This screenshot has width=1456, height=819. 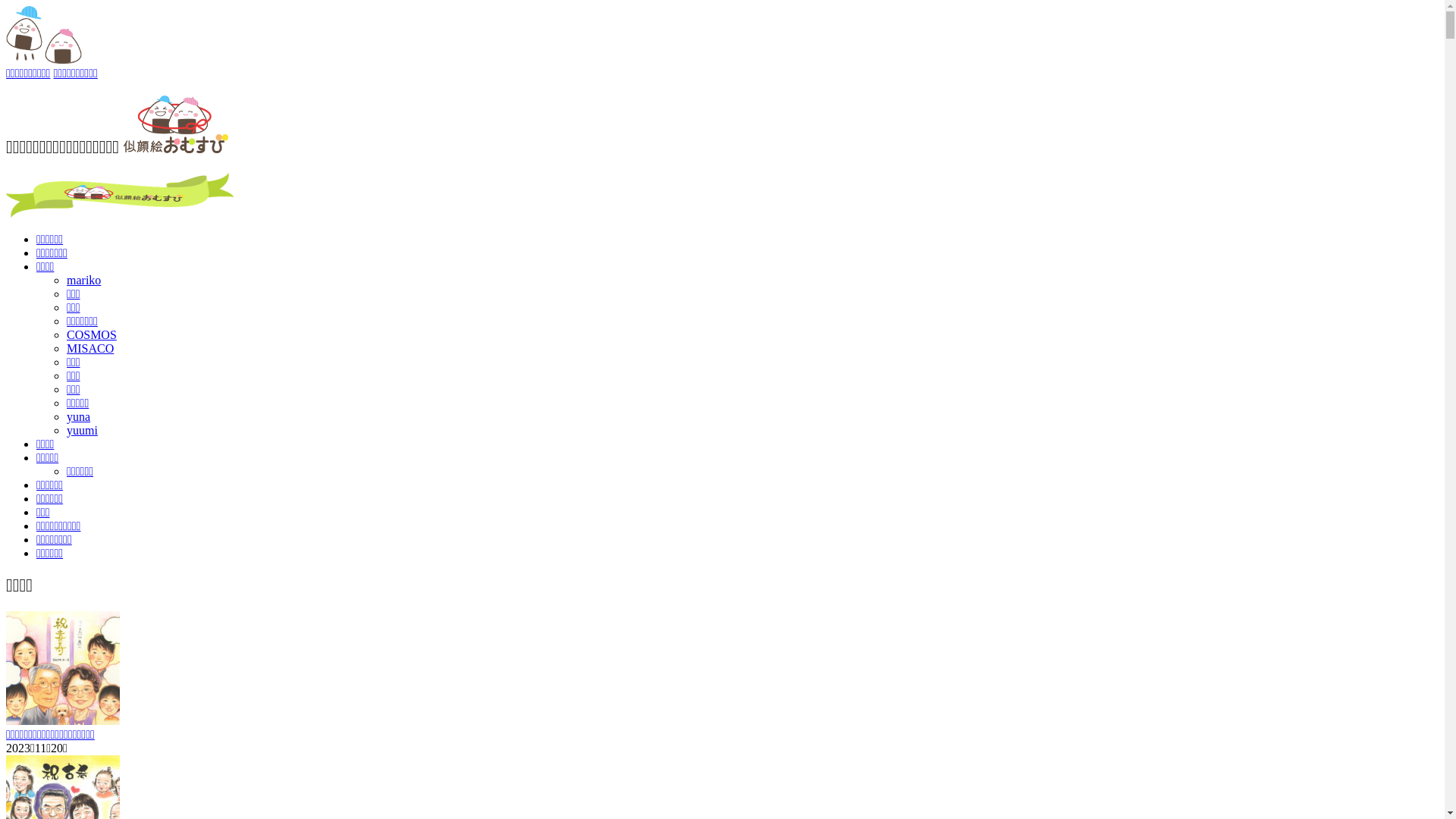 What do you see at coordinates (90, 334) in the screenshot?
I see `'COSMOS'` at bounding box center [90, 334].